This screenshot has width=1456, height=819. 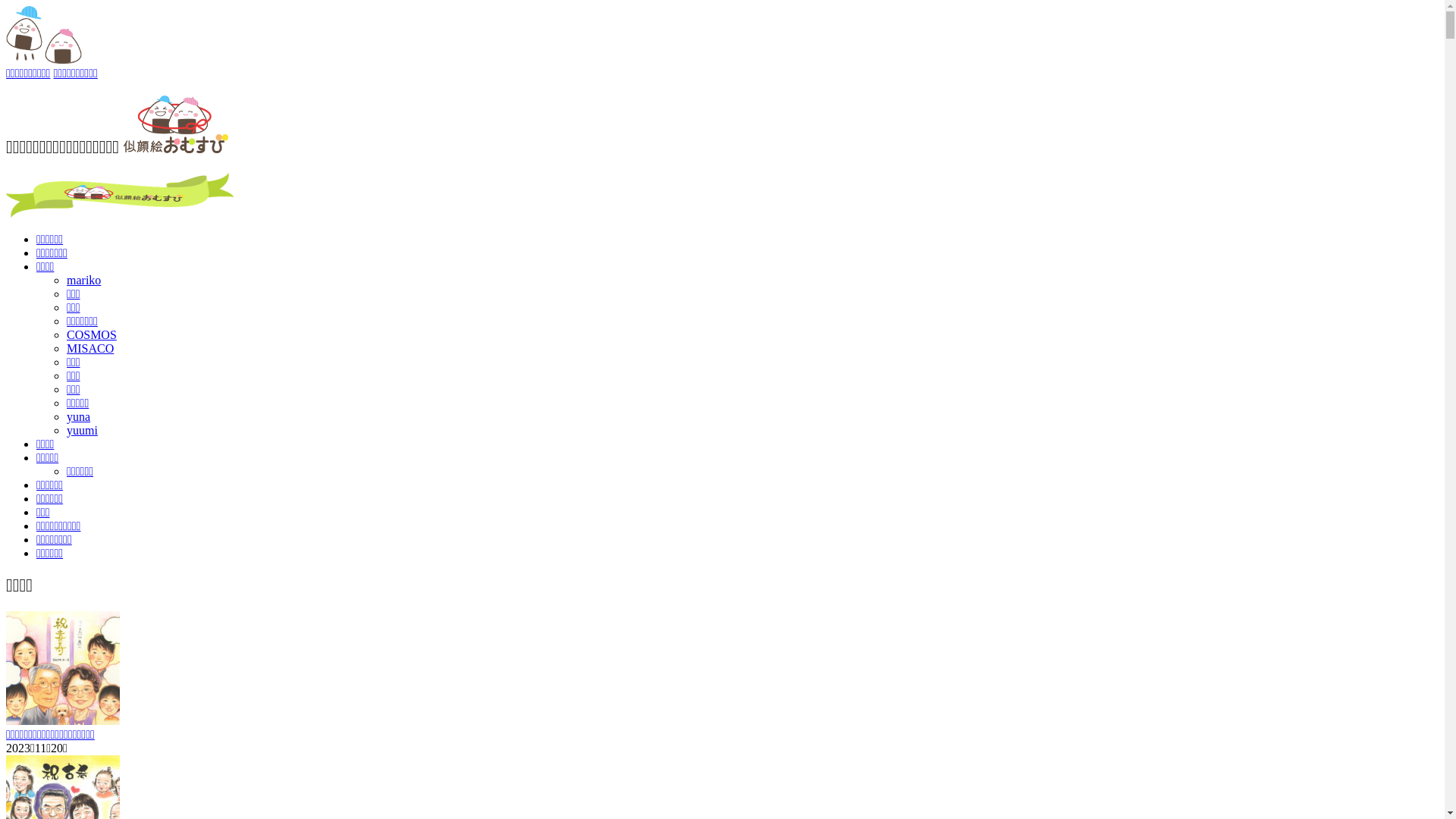 What do you see at coordinates (90, 334) in the screenshot?
I see `'COSMOS'` at bounding box center [90, 334].